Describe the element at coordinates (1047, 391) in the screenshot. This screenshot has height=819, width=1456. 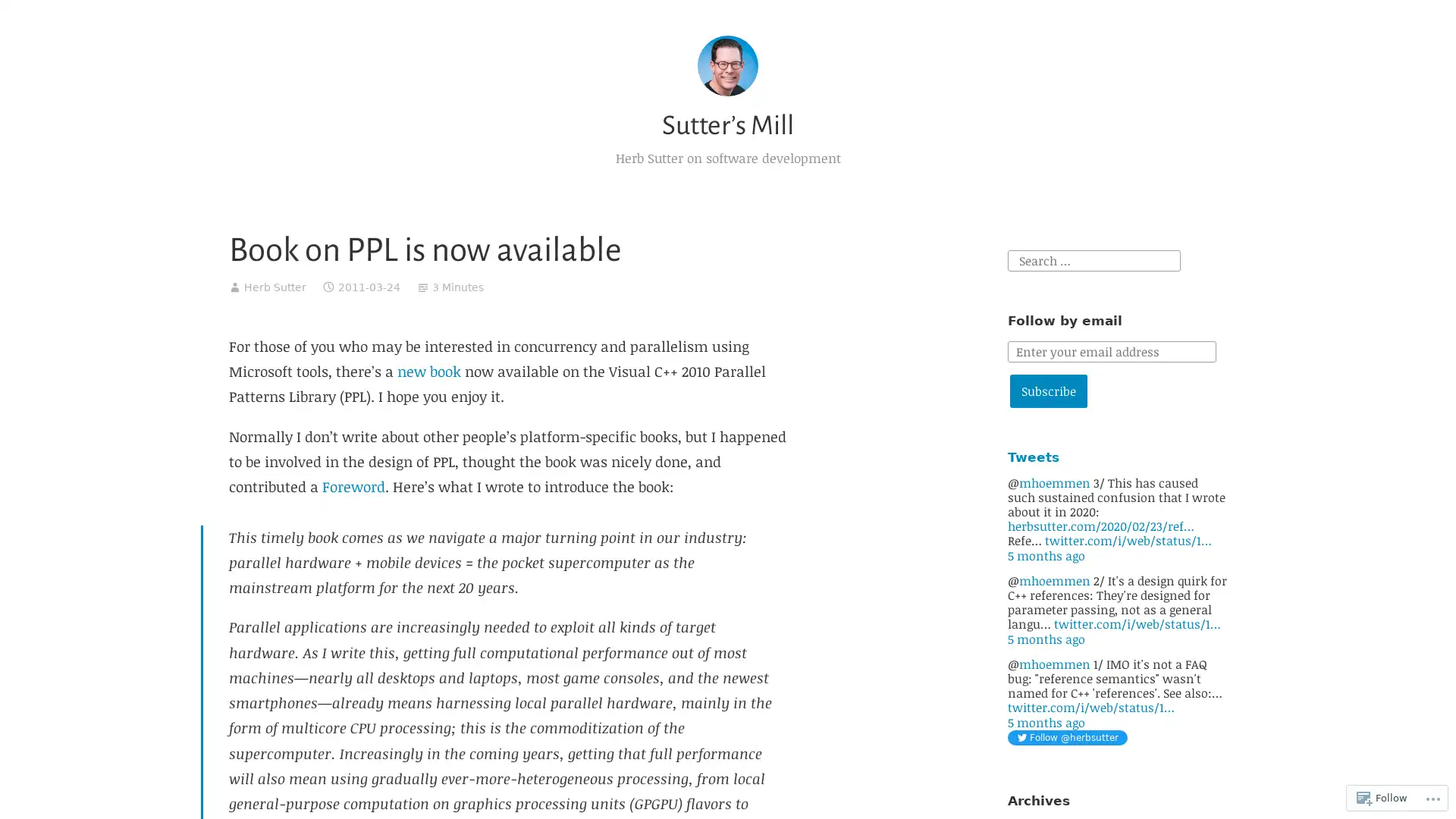
I see `Subscribe` at that location.